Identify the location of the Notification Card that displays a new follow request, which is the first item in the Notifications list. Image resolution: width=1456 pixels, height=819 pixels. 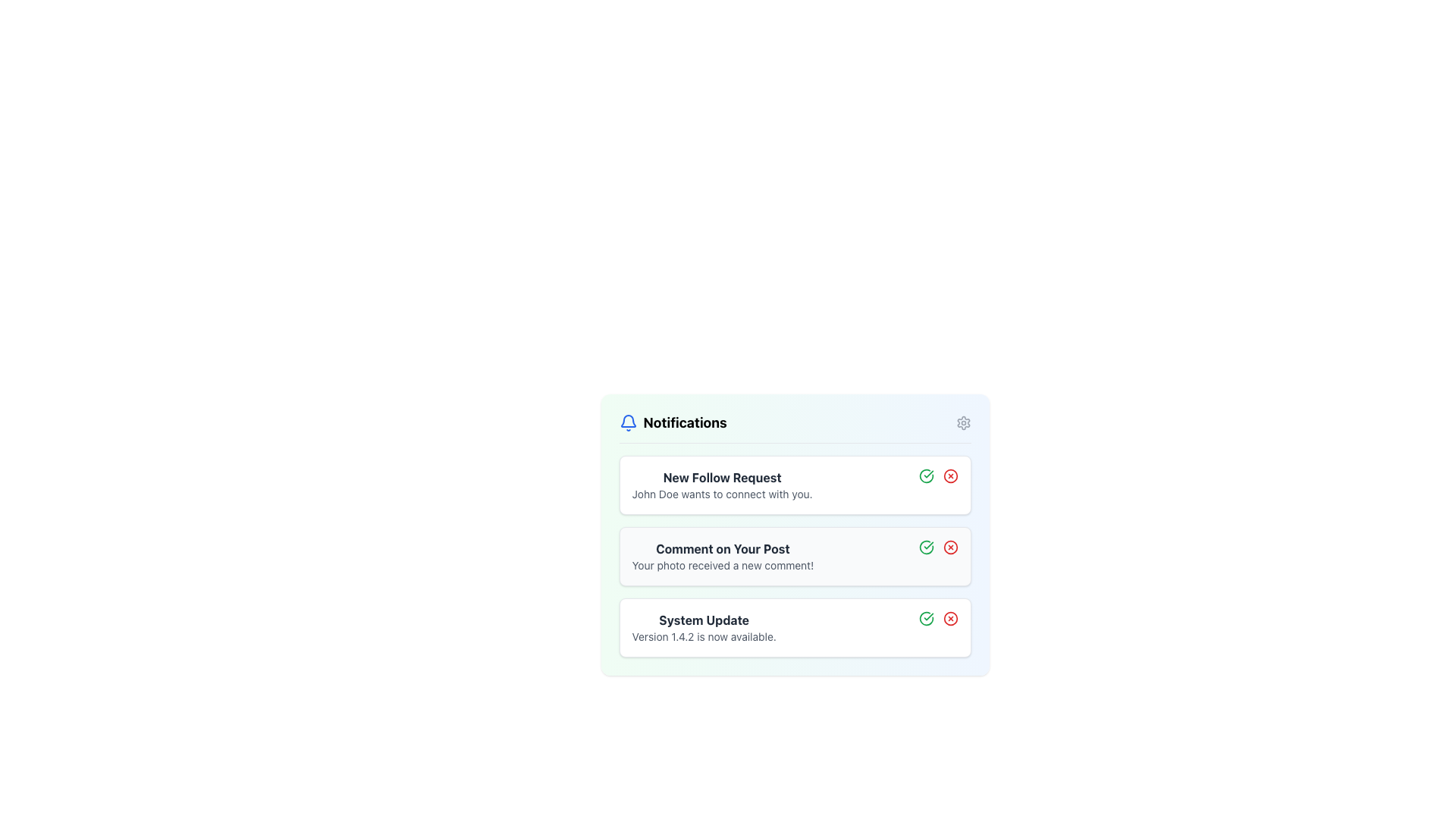
(794, 485).